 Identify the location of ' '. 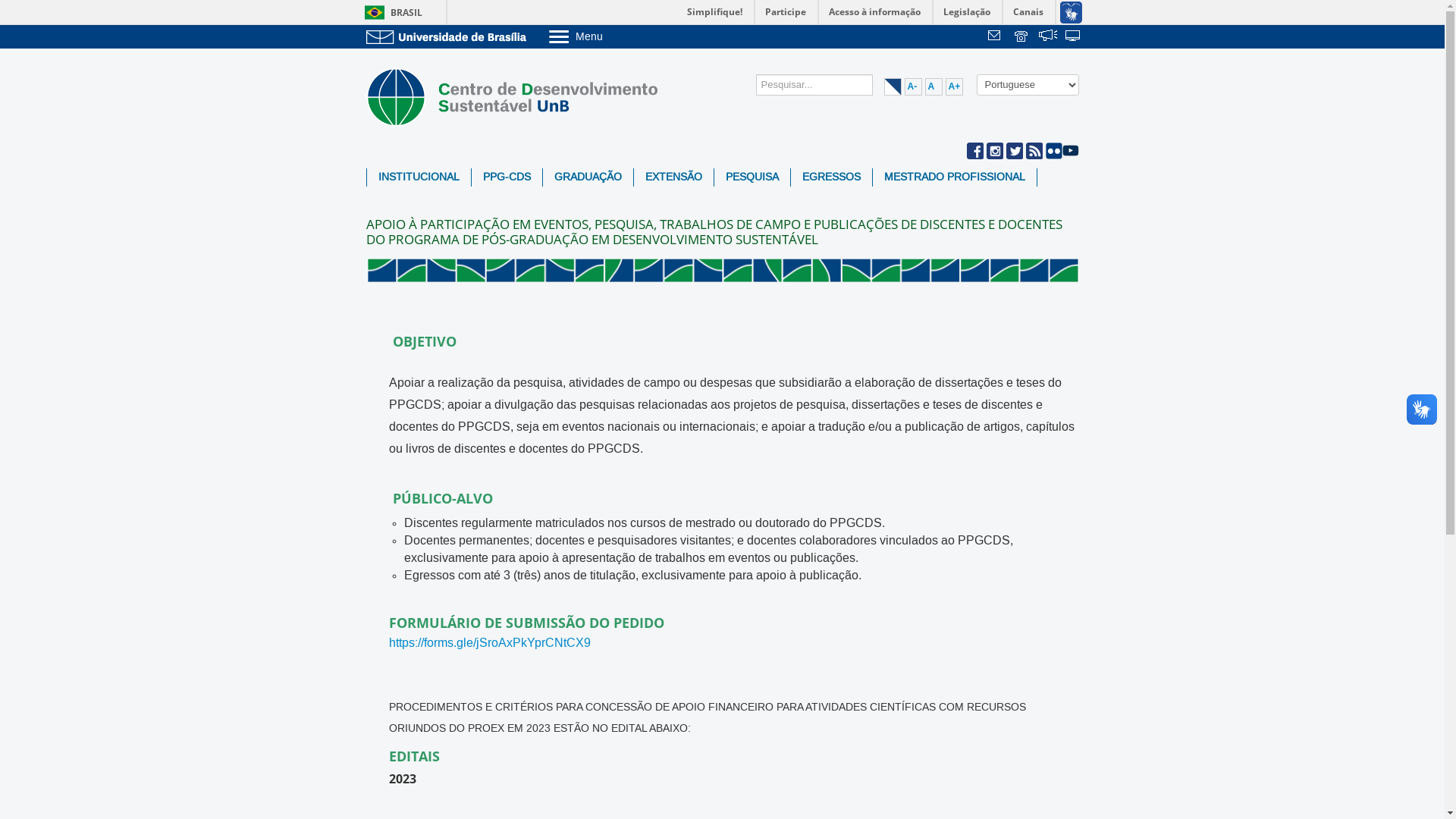
(1047, 36).